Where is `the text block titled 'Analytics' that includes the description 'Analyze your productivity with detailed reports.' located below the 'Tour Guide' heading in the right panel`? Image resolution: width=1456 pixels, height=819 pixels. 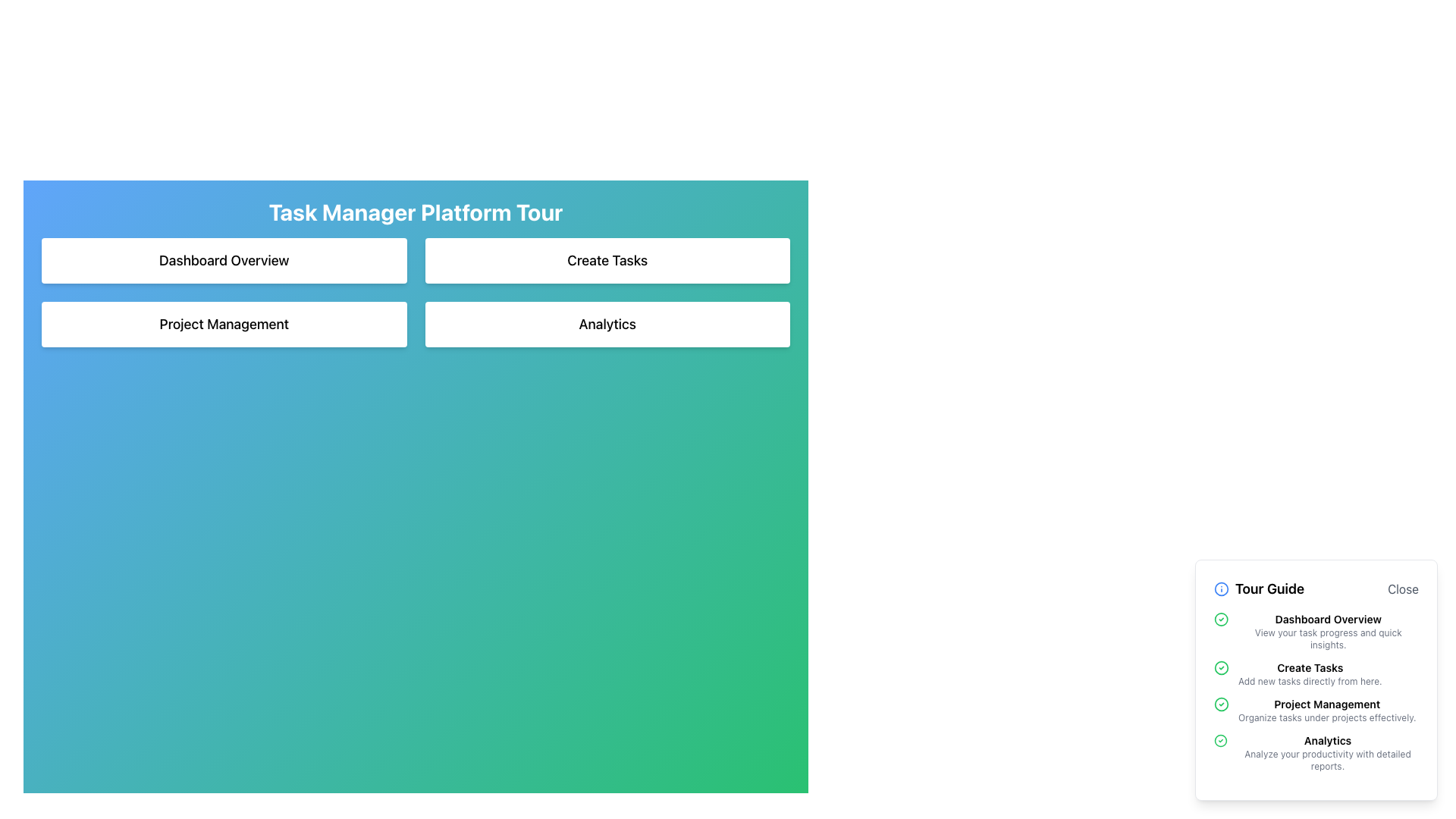
the text block titled 'Analytics' that includes the description 'Analyze your productivity with detailed reports.' located below the 'Tour Guide' heading in the right panel is located at coordinates (1327, 752).